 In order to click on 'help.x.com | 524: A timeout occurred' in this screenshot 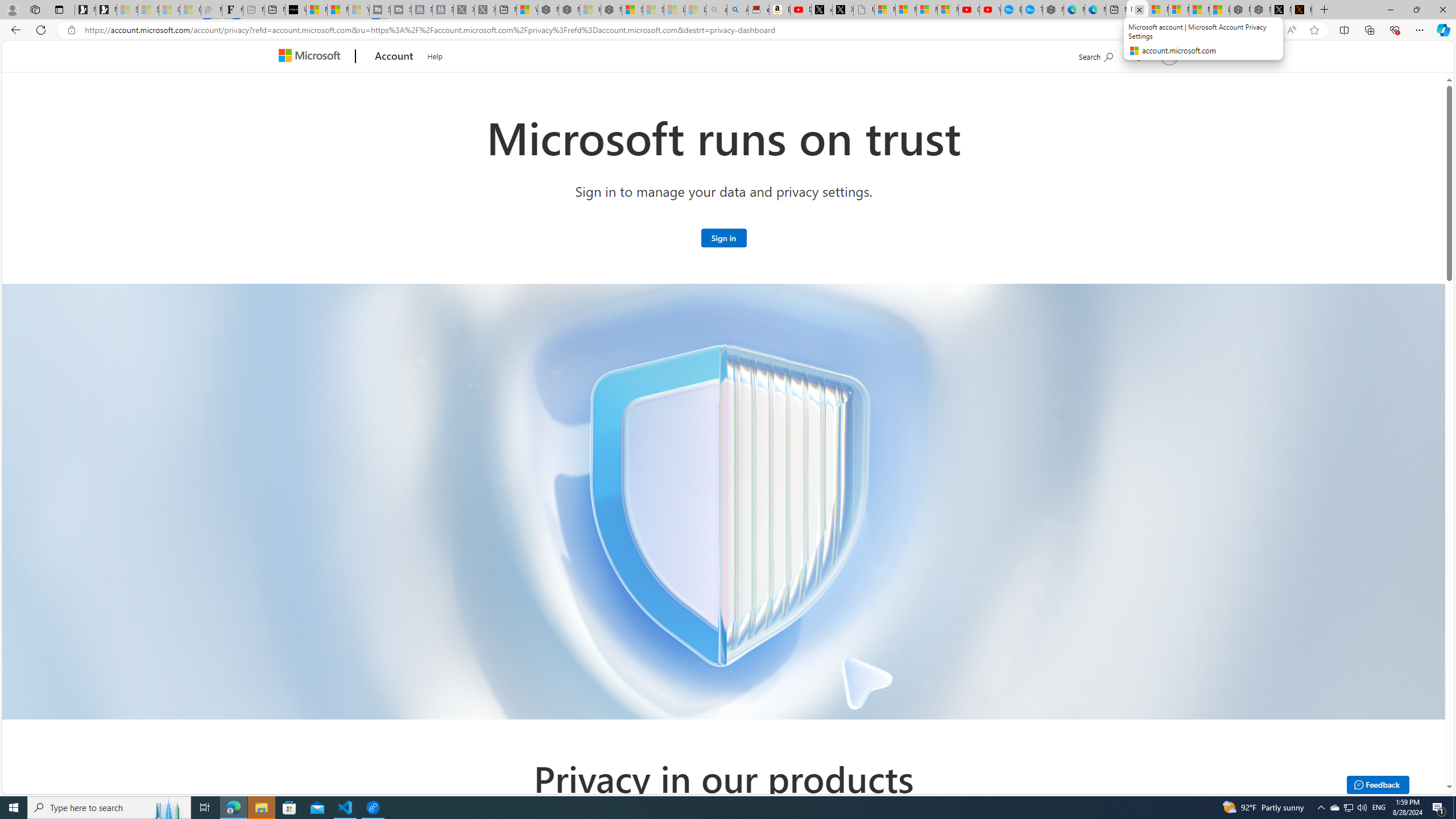, I will do `click(1301, 9)`.